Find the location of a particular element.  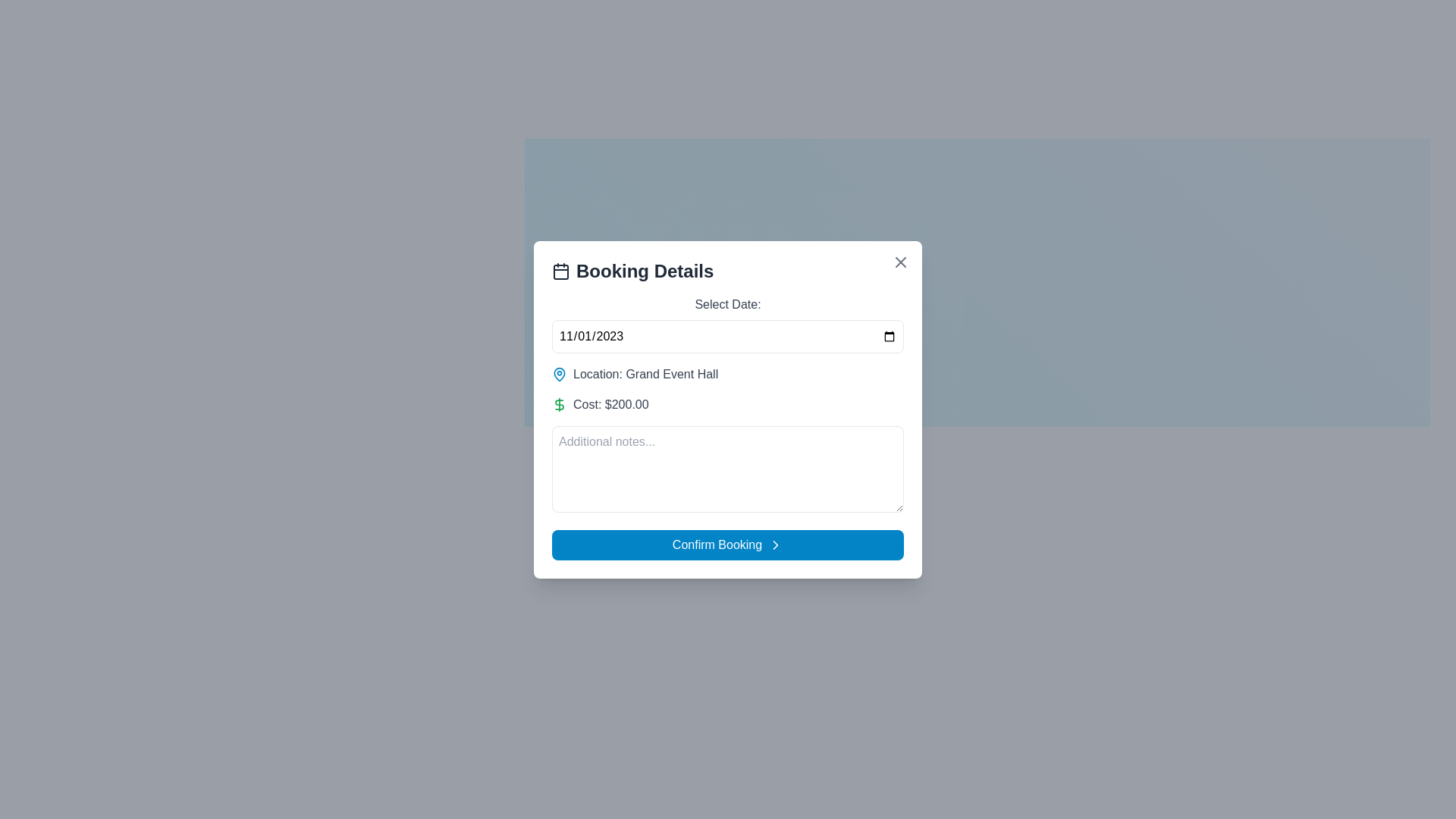

the right-pointing chevron icon located within the blue button labeled 'Confirm Booking' at the bottom of the modal is located at coordinates (776, 544).